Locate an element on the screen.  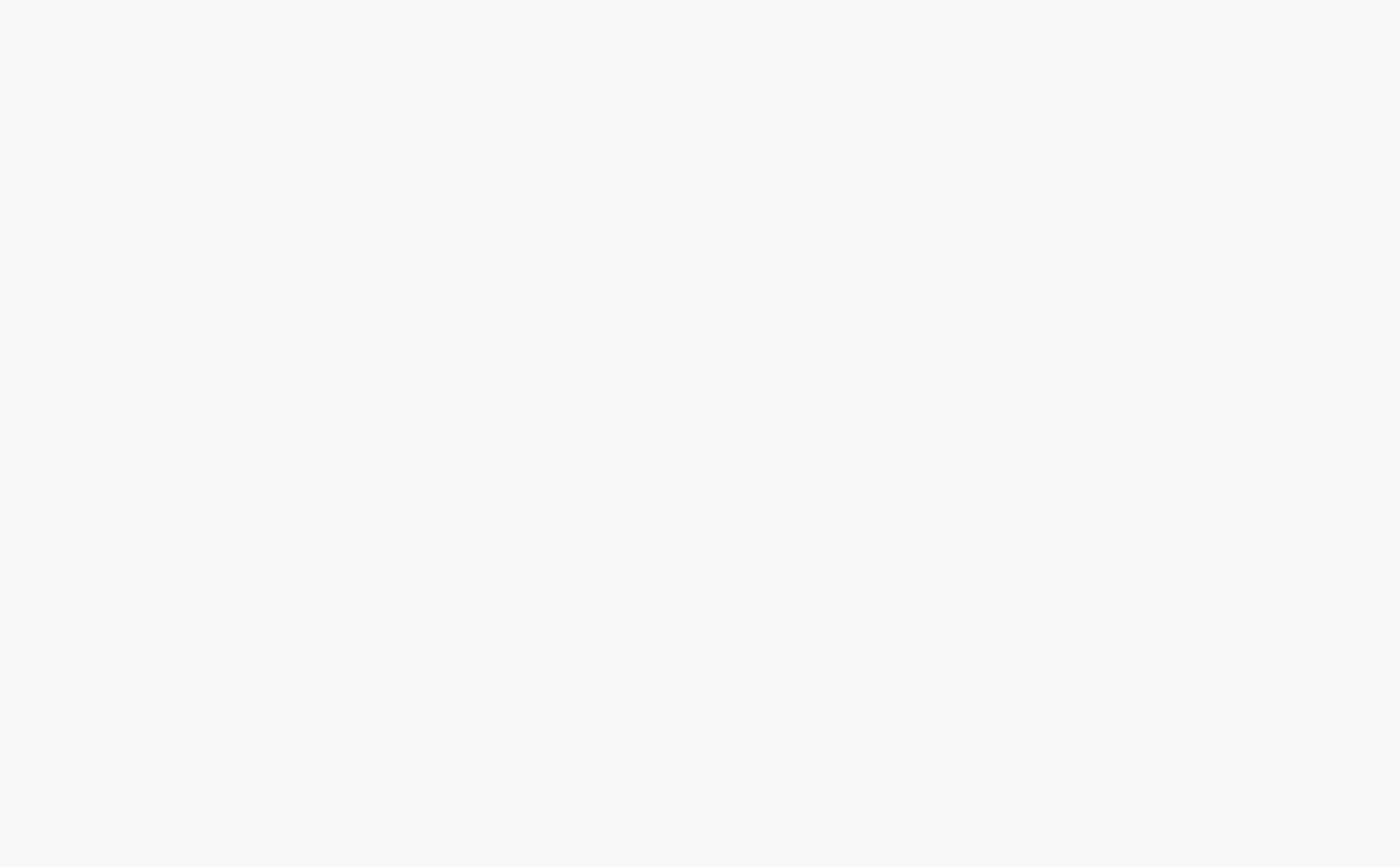
'Goodreads' is located at coordinates (592, 342).